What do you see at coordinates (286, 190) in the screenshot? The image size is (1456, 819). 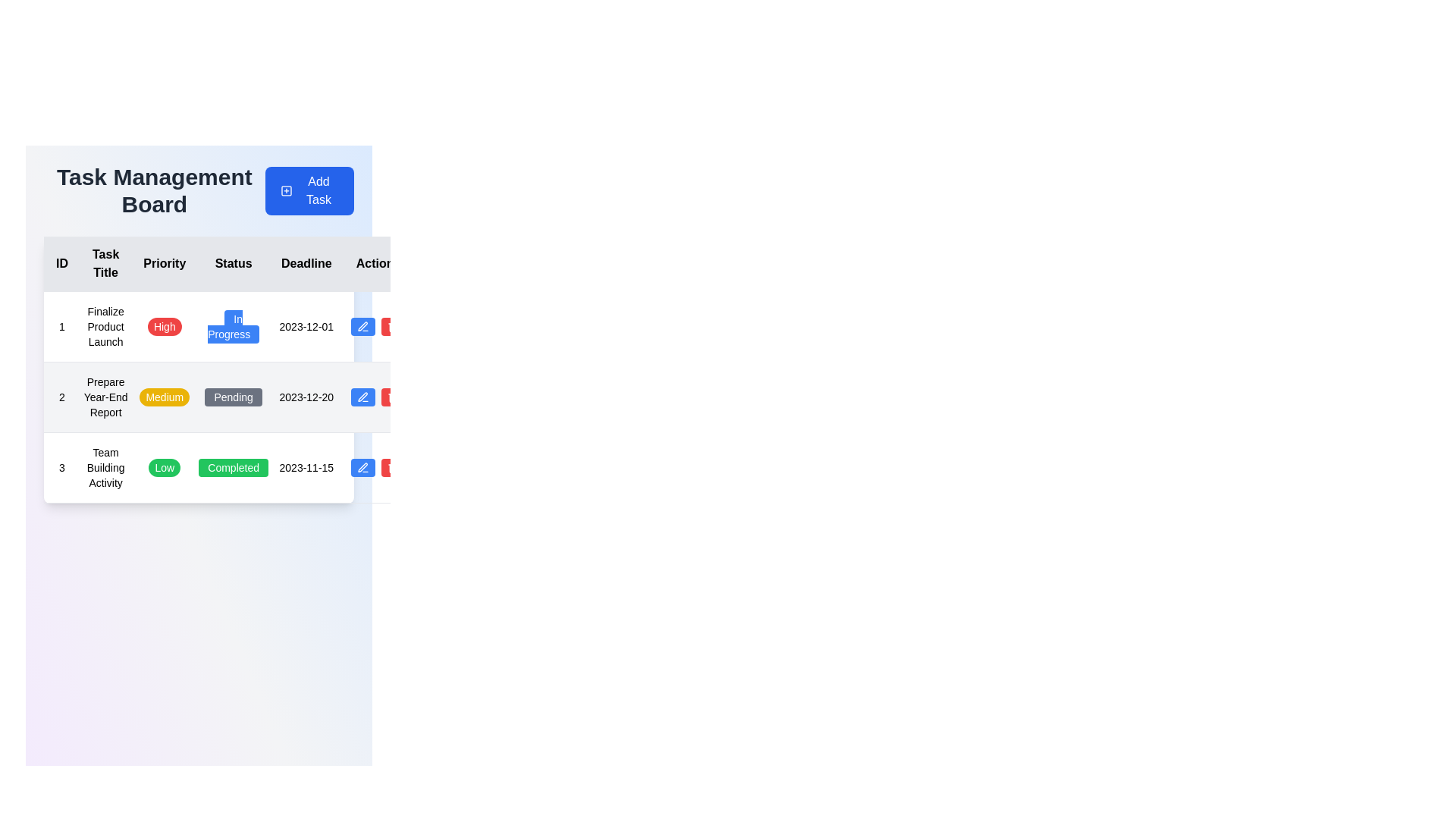 I see `the decorative square background of the 'Add Task' button located in the top-right corner of the interface` at bounding box center [286, 190].